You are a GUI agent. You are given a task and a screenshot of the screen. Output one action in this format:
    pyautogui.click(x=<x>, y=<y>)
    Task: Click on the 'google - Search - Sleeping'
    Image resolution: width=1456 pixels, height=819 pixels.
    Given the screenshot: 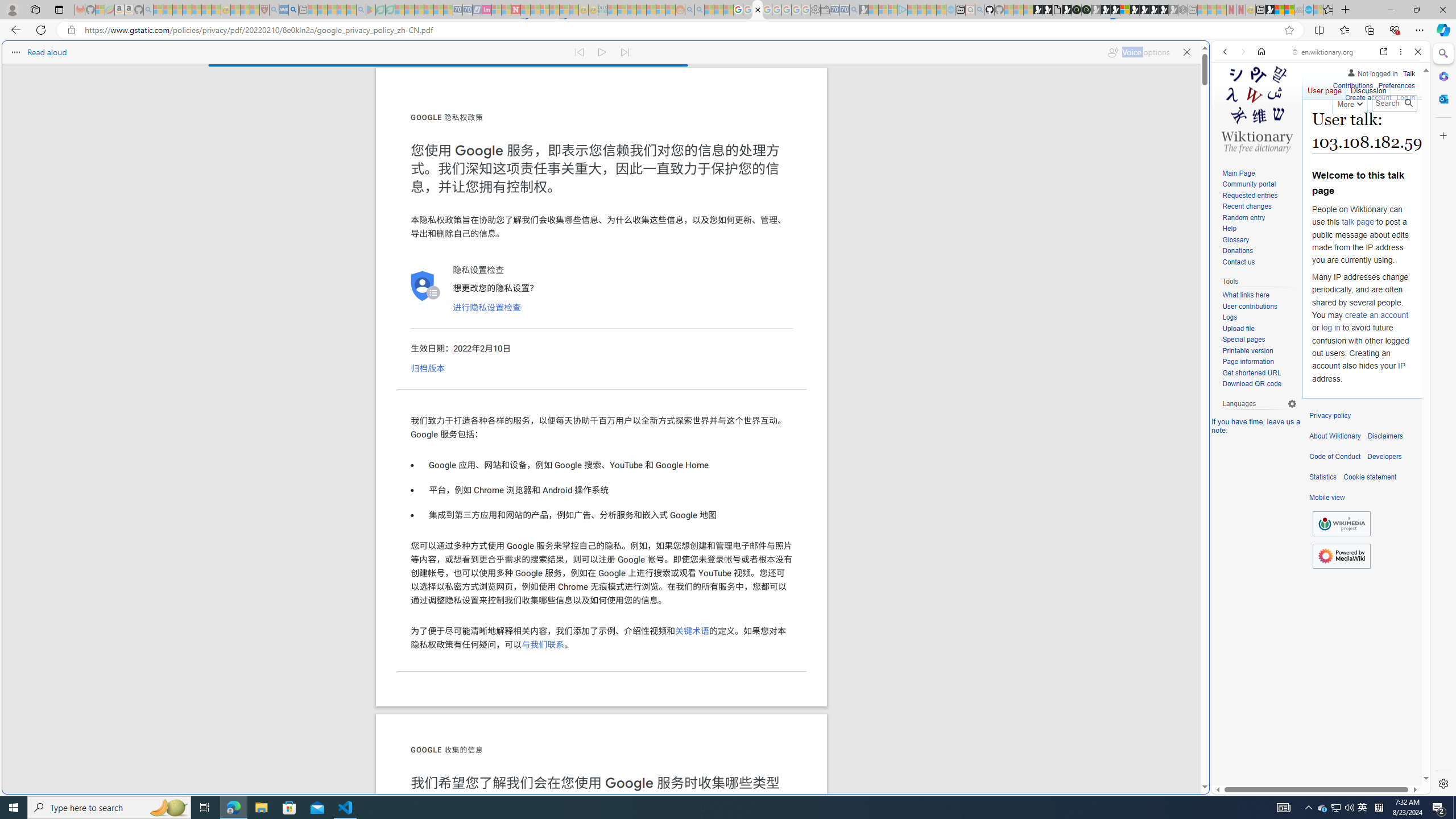 What is the action you would take?
    pyautogui.click(x=360, y=9)
    